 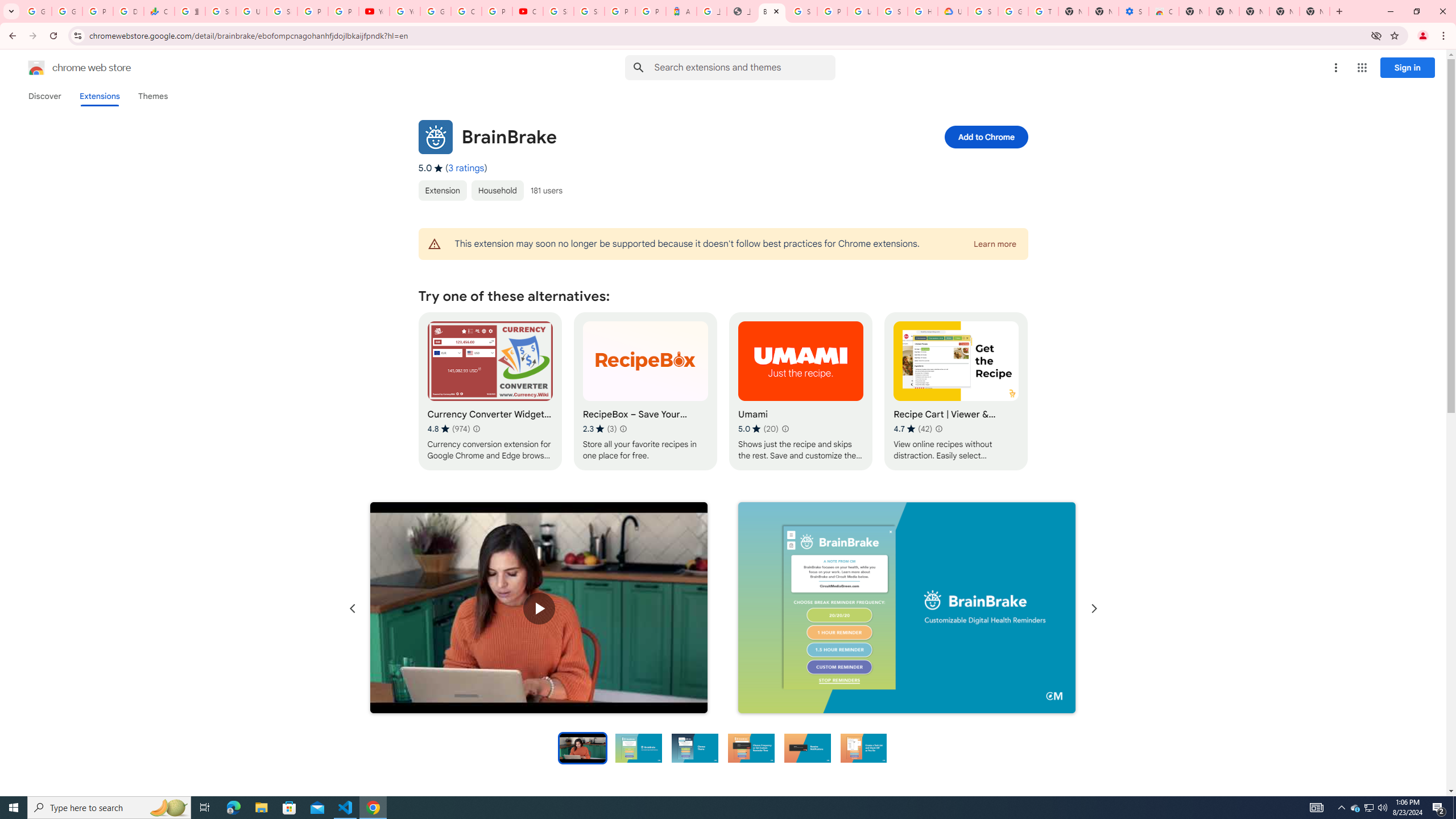 What do you see at coordinates (906, 607) in the screenshot?
I see `'Item media 2 screenshot'` at bounding box center [906, 607].